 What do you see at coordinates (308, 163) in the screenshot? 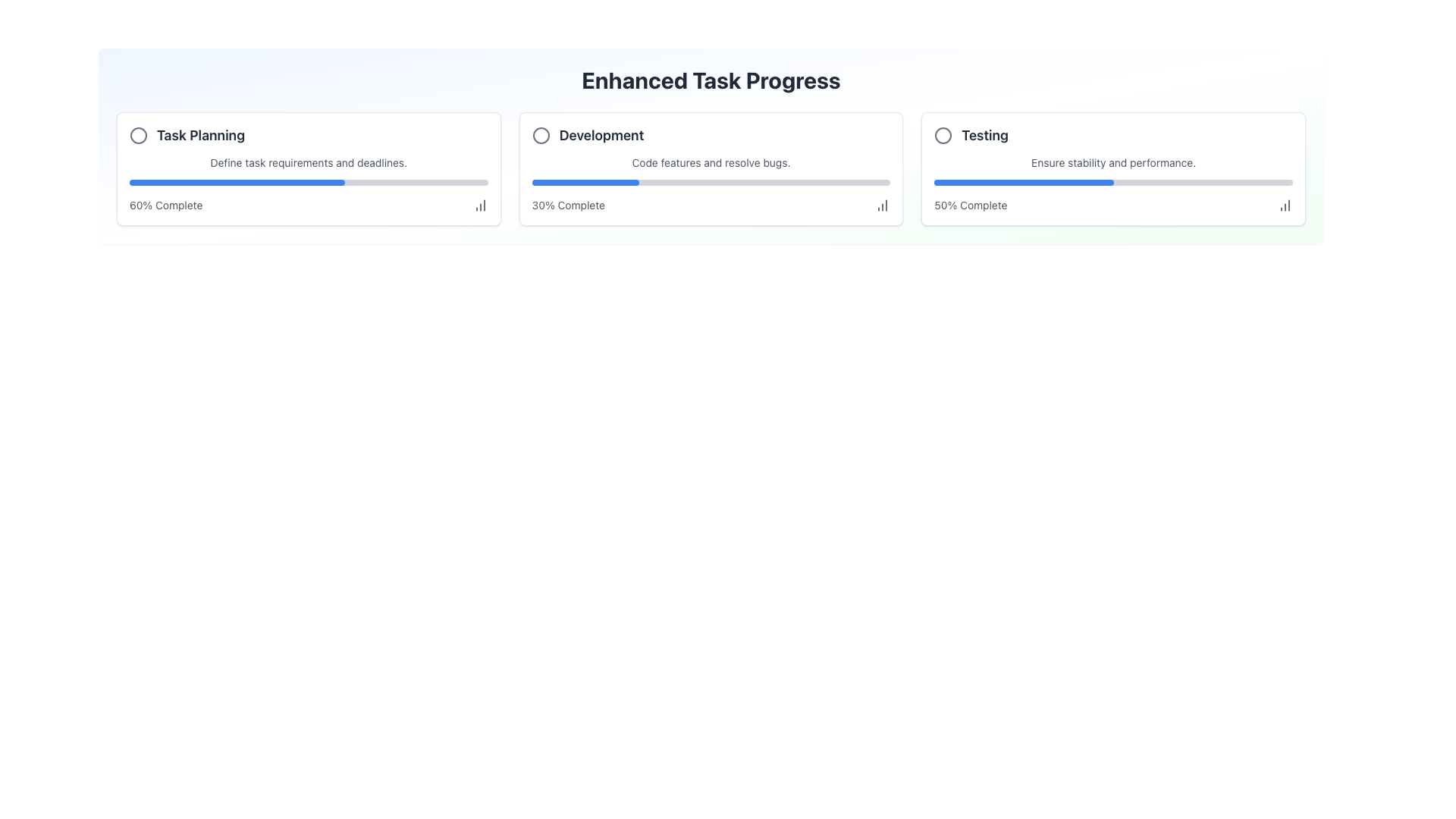
I see `the text block that describes the 'Task Planning' process, located within the first card labeled 'Enhanced Task Progress', positioned below the title 'Task Planning' and above the blue progress bar indicating '60% Complete'` at bounding box center [308, 163].